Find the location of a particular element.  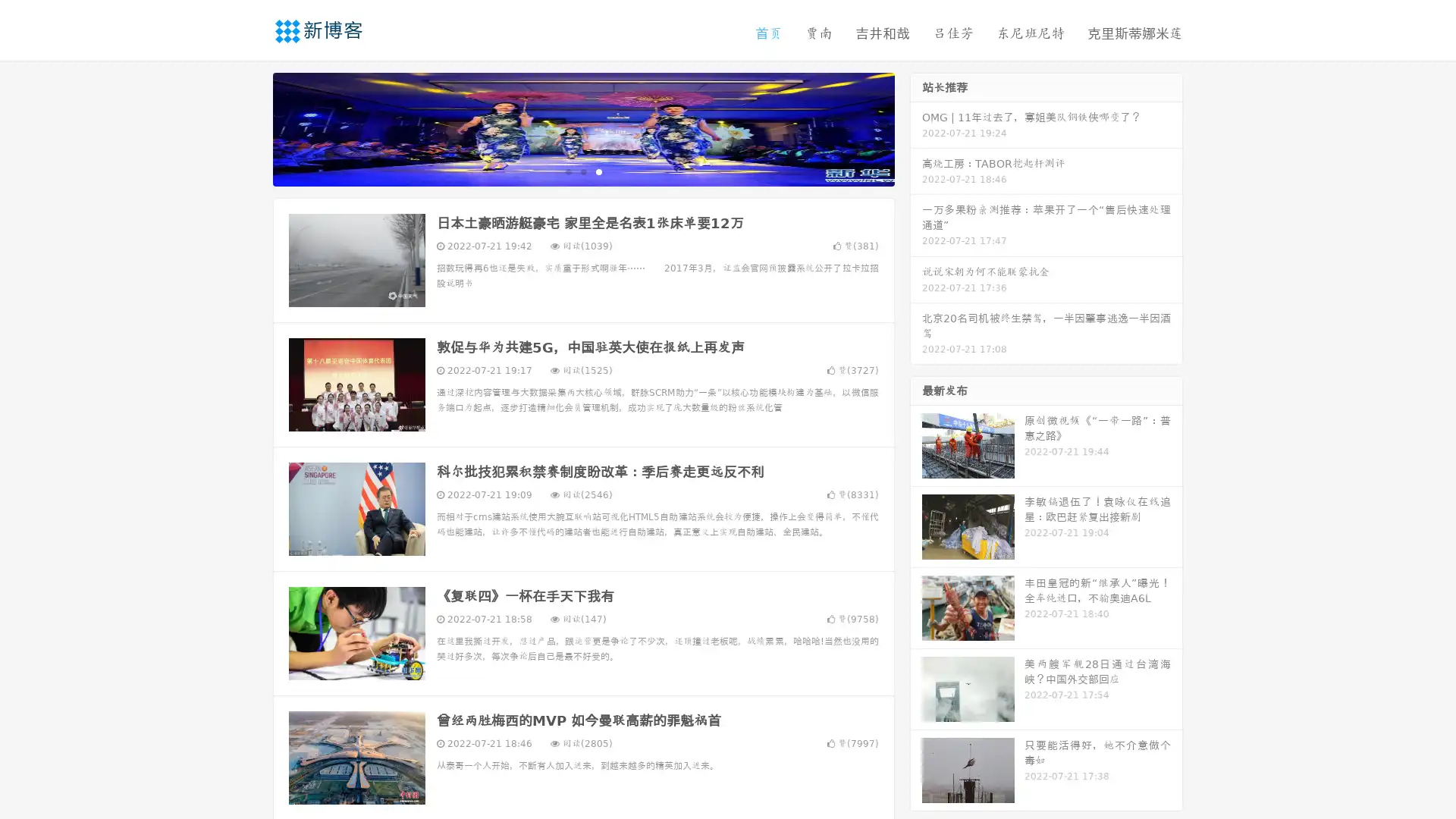

Previous slide is located at coordinates (250, 127).